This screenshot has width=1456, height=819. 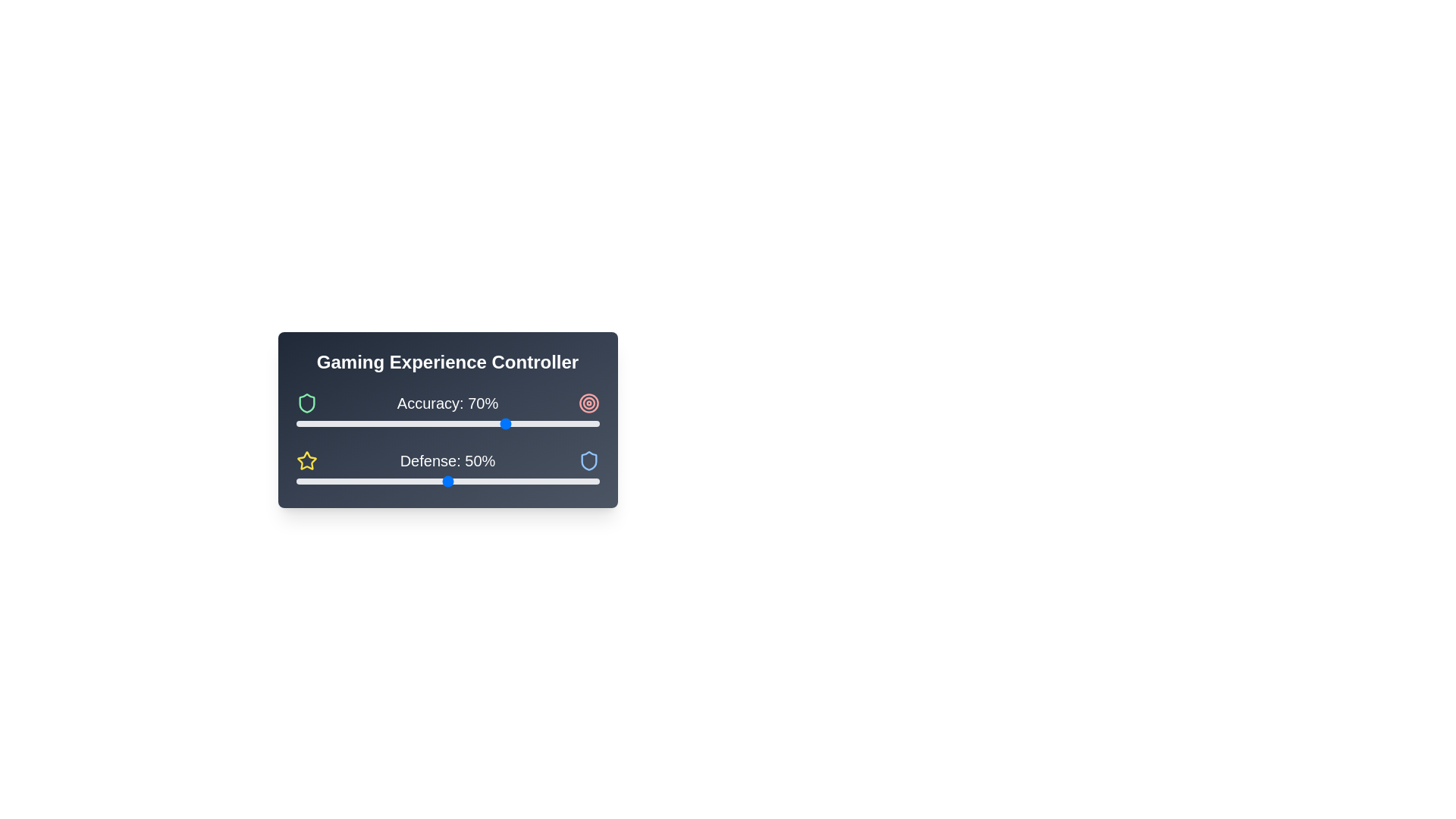 I want to click on the 'Defense' slider to set its value to 50% by dragging the slider to the corresponding position, so click(x=447, y=482).